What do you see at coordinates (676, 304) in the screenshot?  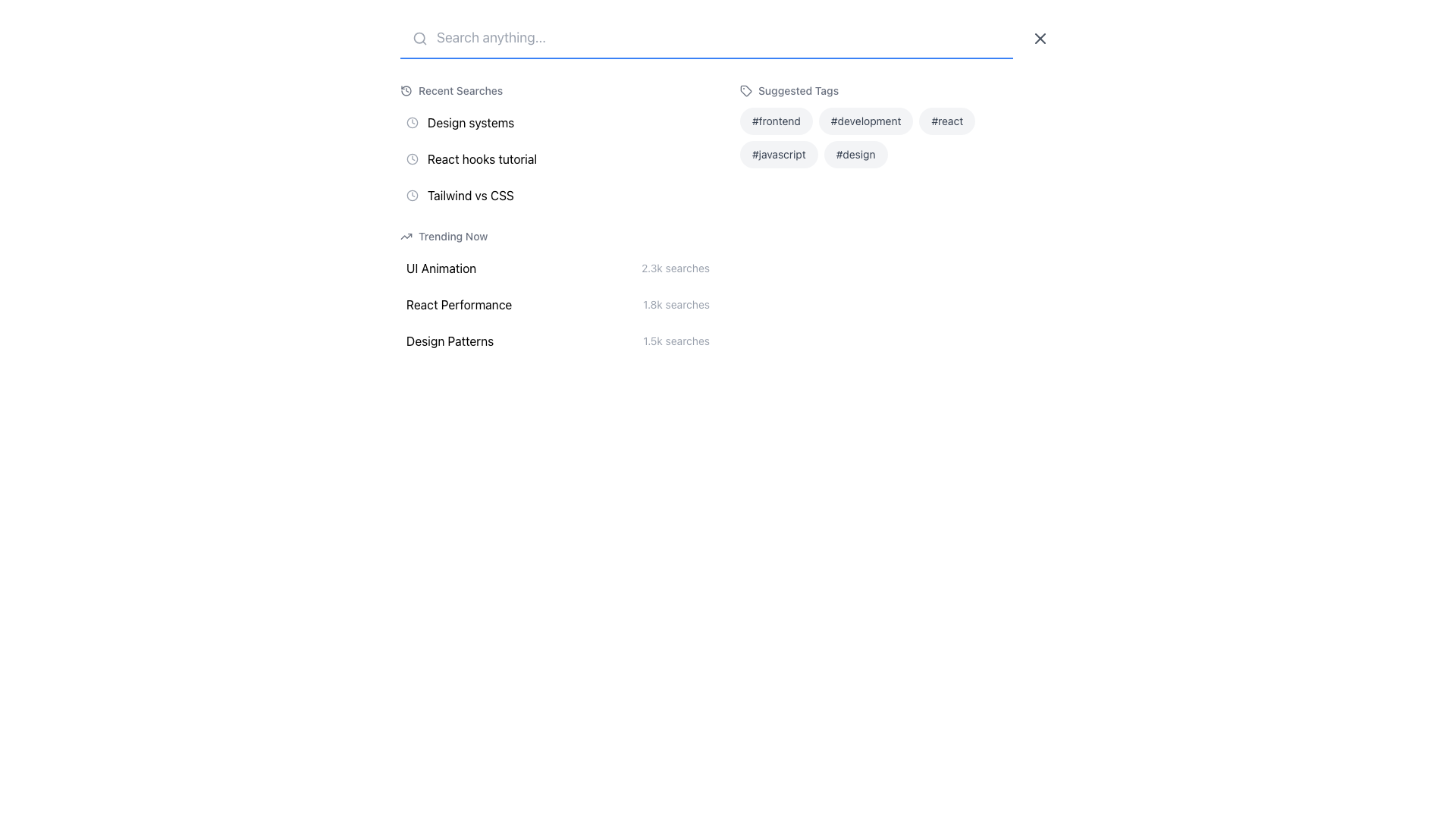 I see `the informational static text label that counts searches related to 'React Performance', positioned to the right of the 'React Performance' text in the 'Trending Now' section` at bounding box center [676, 304].